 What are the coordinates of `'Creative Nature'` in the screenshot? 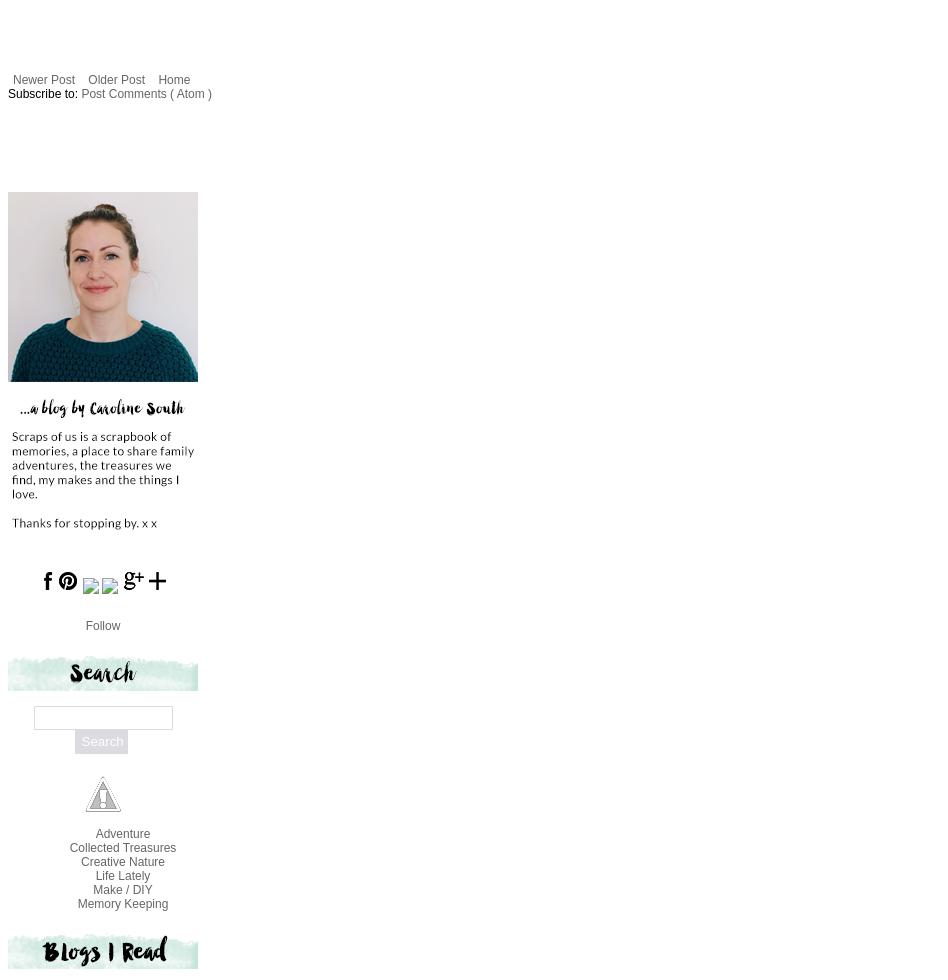 It's located at (121, 861).